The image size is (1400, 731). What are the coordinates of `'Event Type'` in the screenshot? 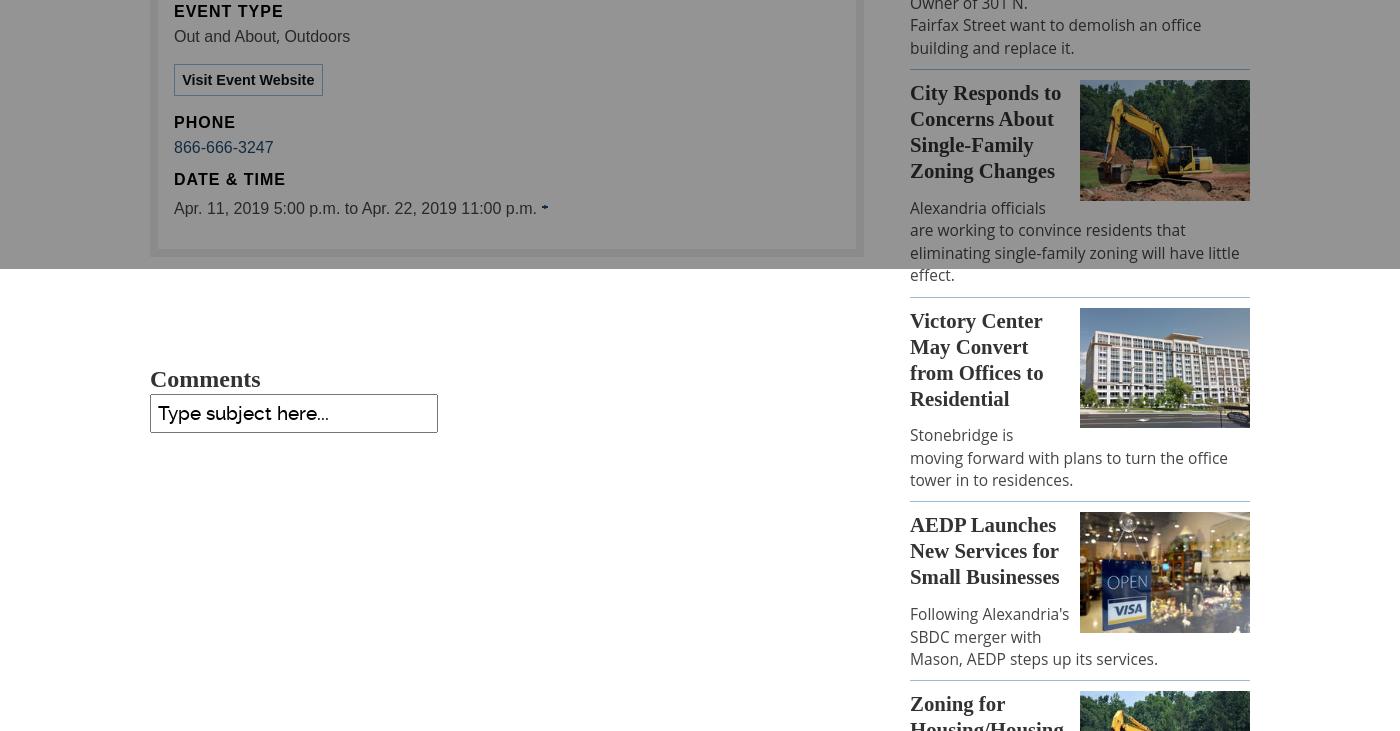 It's located at (174, 10).